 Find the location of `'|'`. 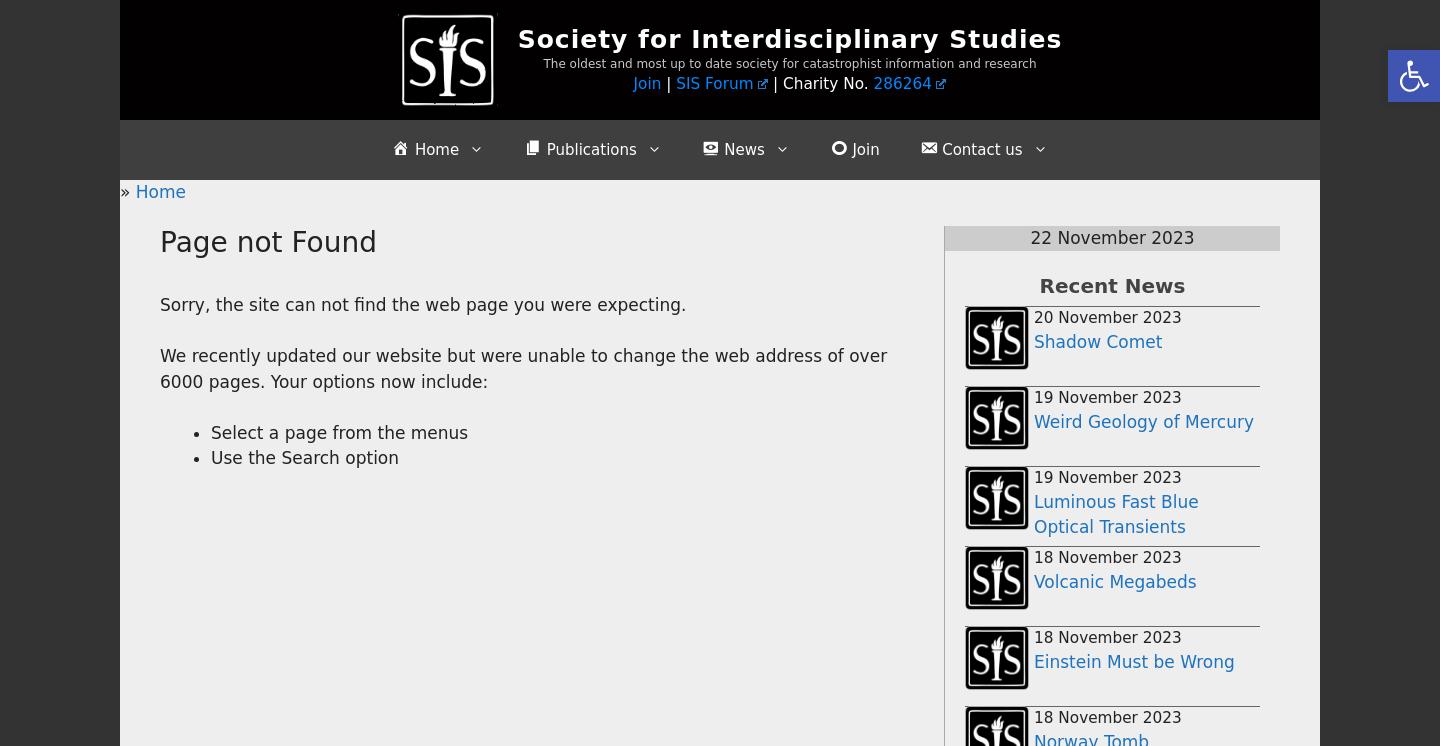

'|' is located at coordinates (668, 83).